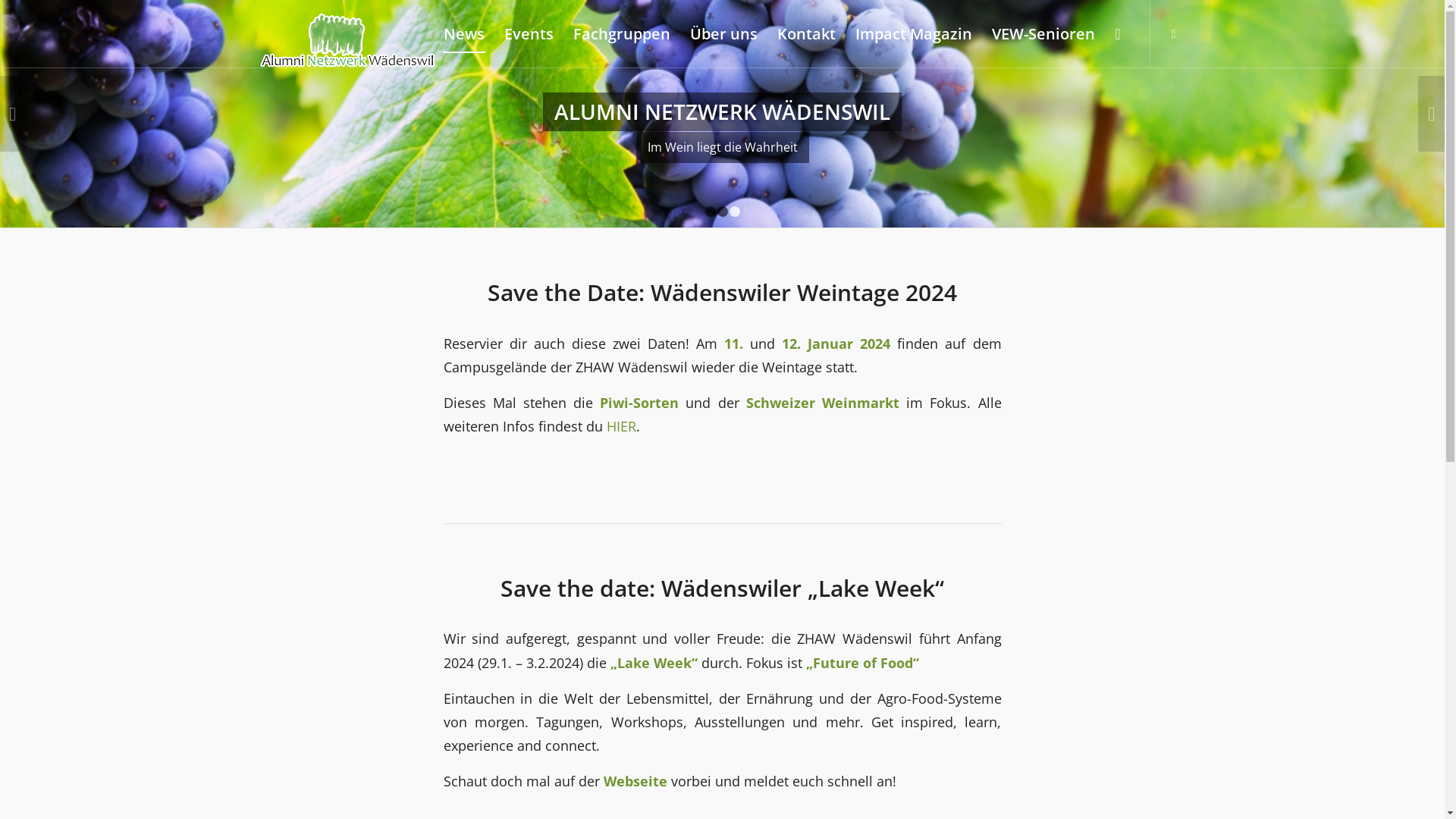  Describe the element at coordinates (805, 34) in the screenshot. I see `'Kontakt'` at that location.